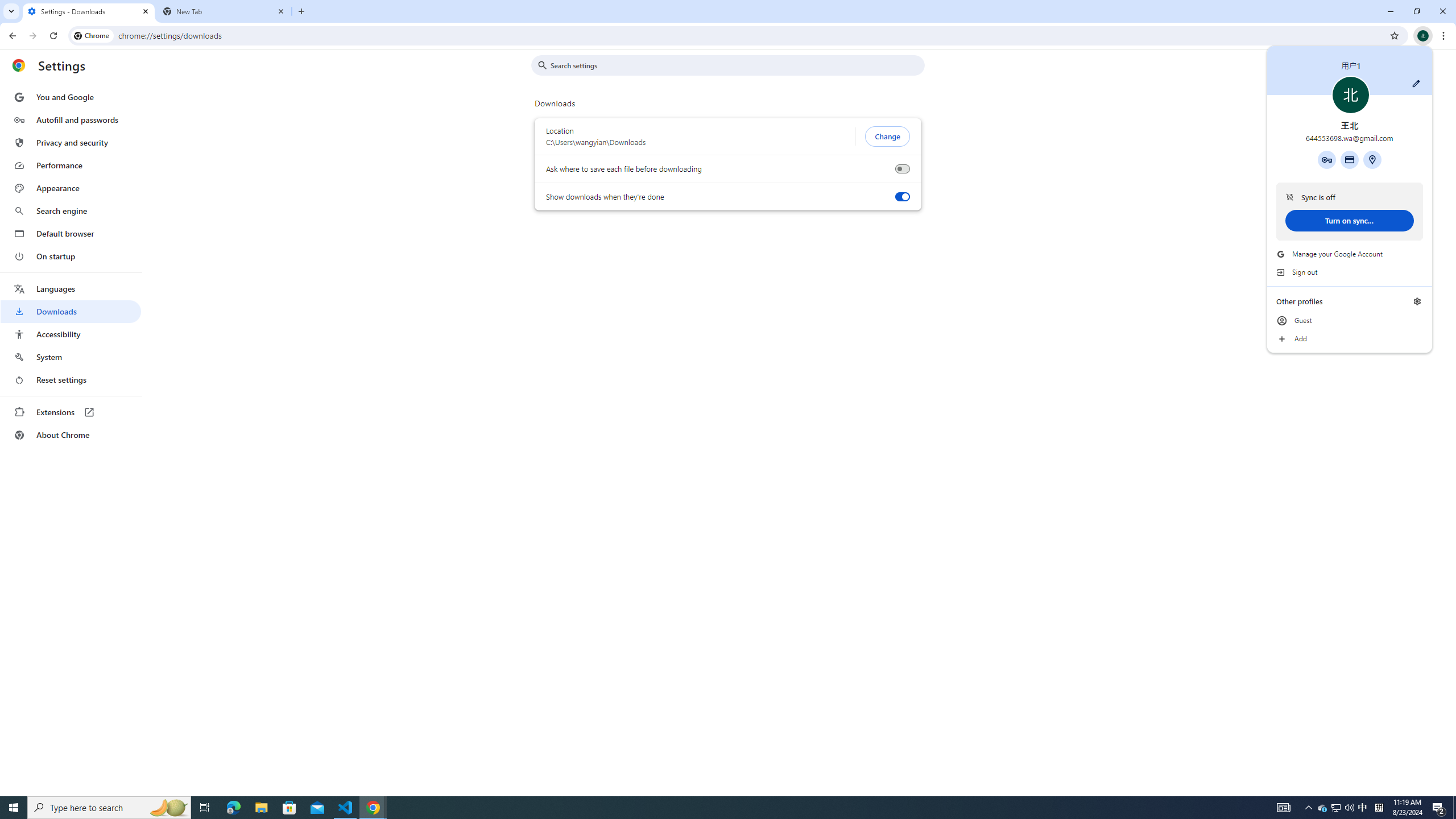 This screenshot has width=1456, height=819. I want to click on 'Search settings', so click(735, 65).